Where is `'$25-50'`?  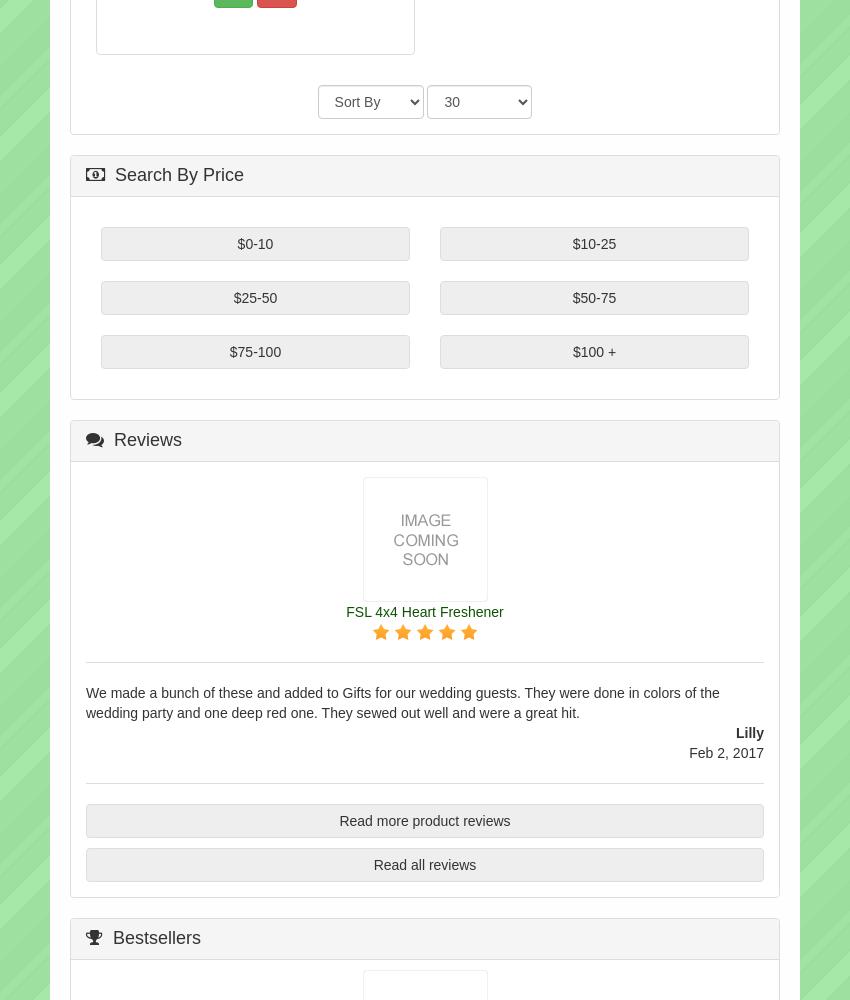
'$25-50' is located at coordinates (232, 298).